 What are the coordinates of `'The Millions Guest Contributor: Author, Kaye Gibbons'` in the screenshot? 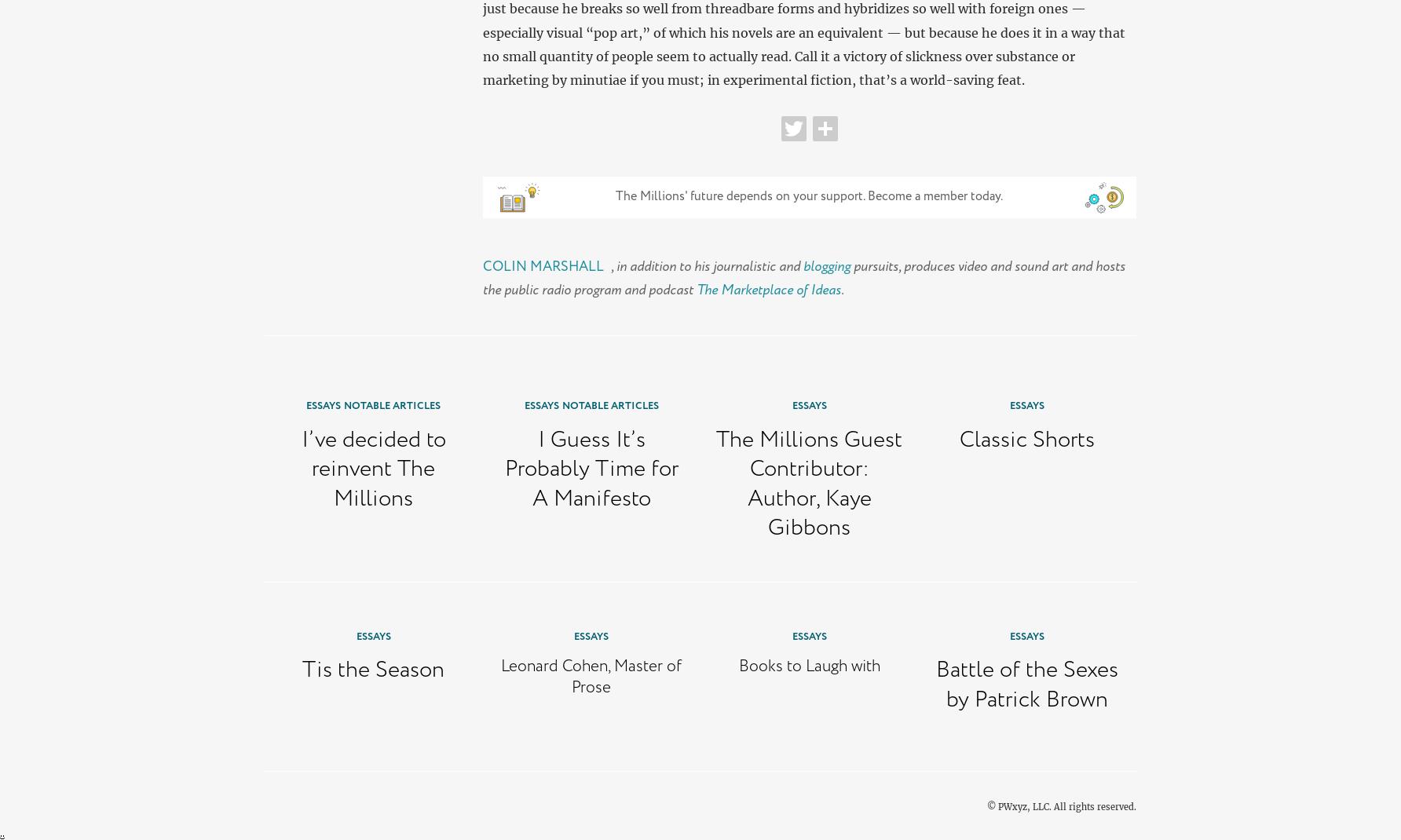 It's located at (808, 483).